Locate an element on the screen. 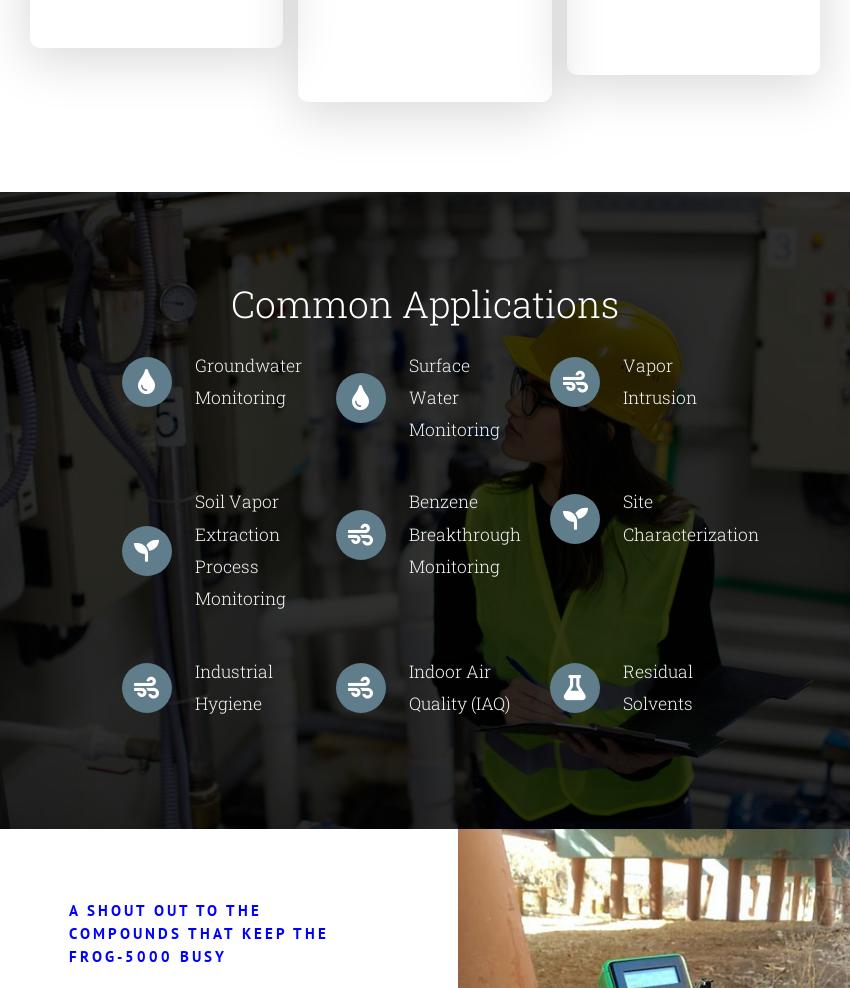  'Vapor Intrusion' is located at coordinates (660, 379).